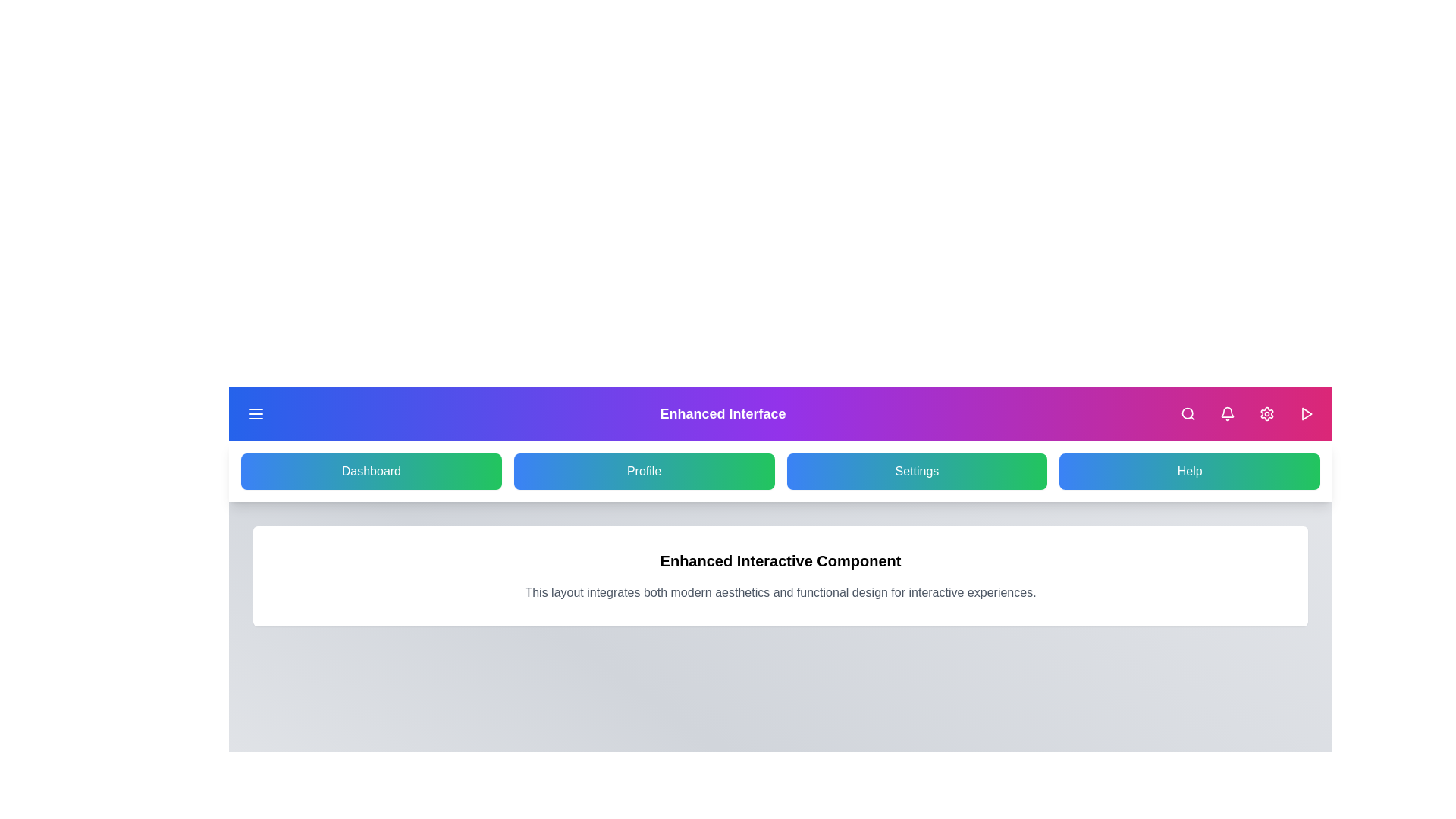 This screenshot has width=1456, height=819. What do you see at coordinates (722, 414) in the screenshot?
I see `the header text 'Enhanced Interface' to select it` at bounding box center [722, 414].